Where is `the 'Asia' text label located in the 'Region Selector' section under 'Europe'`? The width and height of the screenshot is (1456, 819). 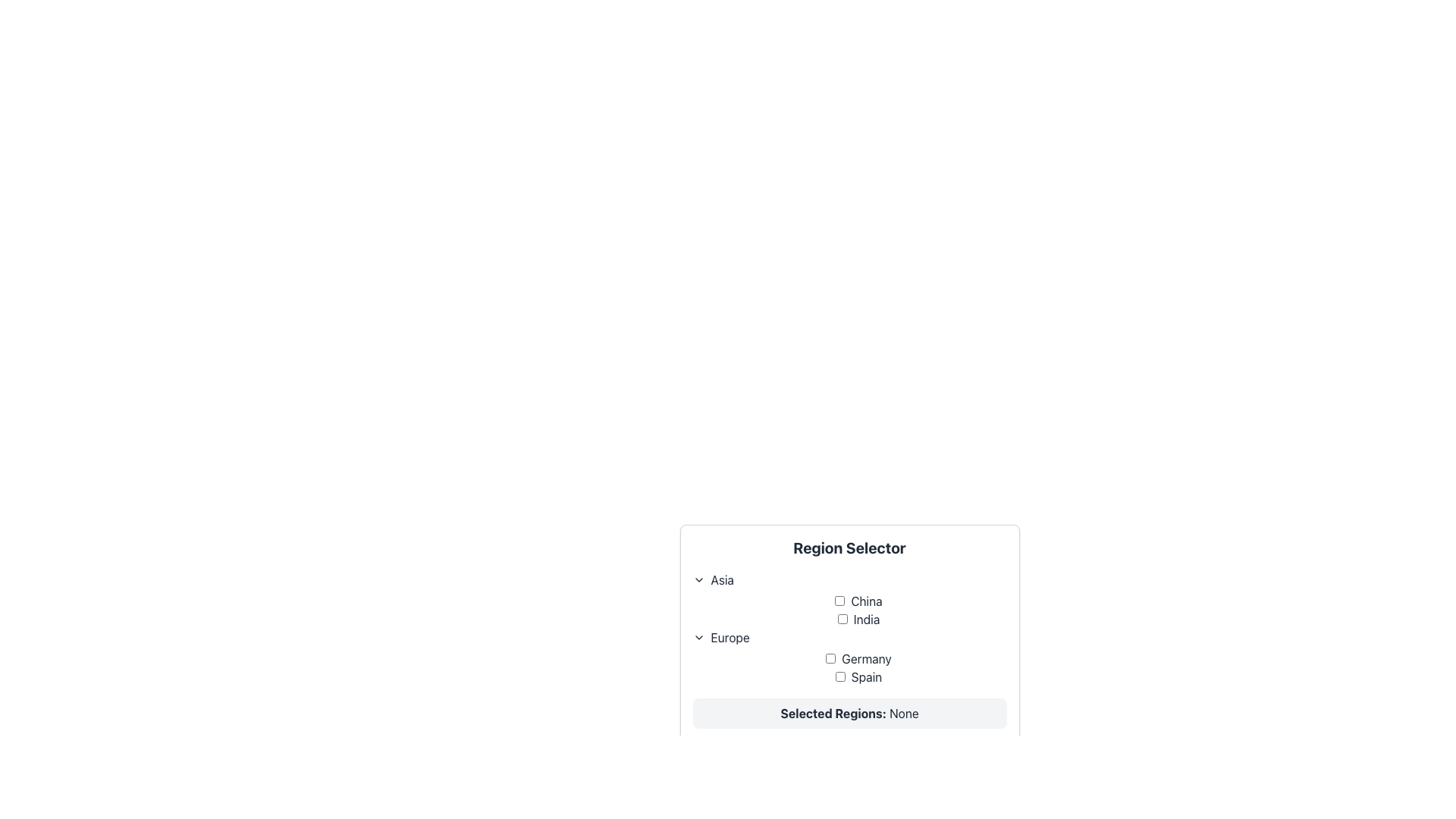
the 'Asia' text label located in the 'Region Selector' section under 'Europe' is located at coordinates (721, 579).